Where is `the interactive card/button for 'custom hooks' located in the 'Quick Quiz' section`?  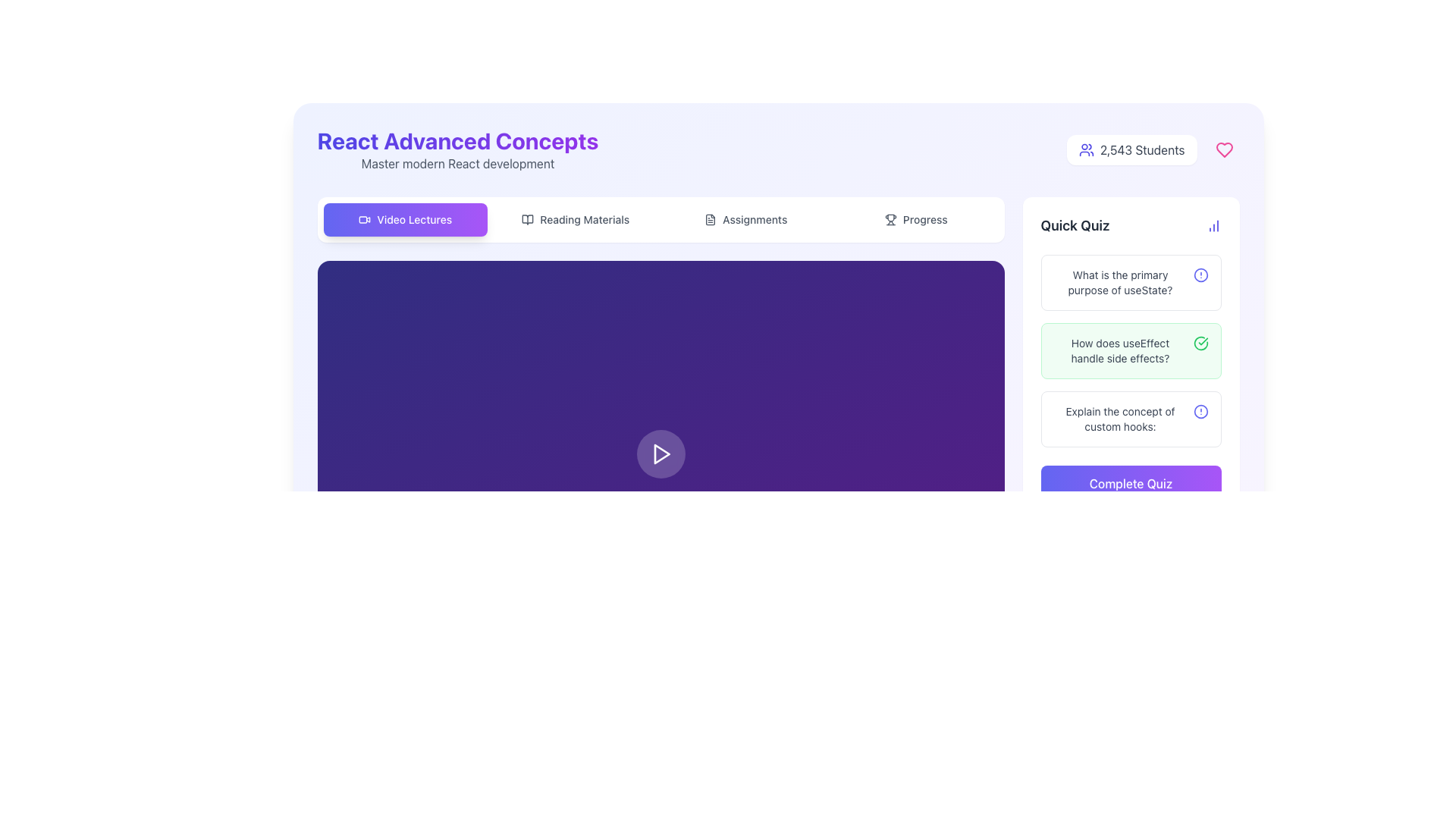 the interactive card/button for 'custom hooks' located in the 'Quick Quiz' section is located at coordinates (1131, 419).